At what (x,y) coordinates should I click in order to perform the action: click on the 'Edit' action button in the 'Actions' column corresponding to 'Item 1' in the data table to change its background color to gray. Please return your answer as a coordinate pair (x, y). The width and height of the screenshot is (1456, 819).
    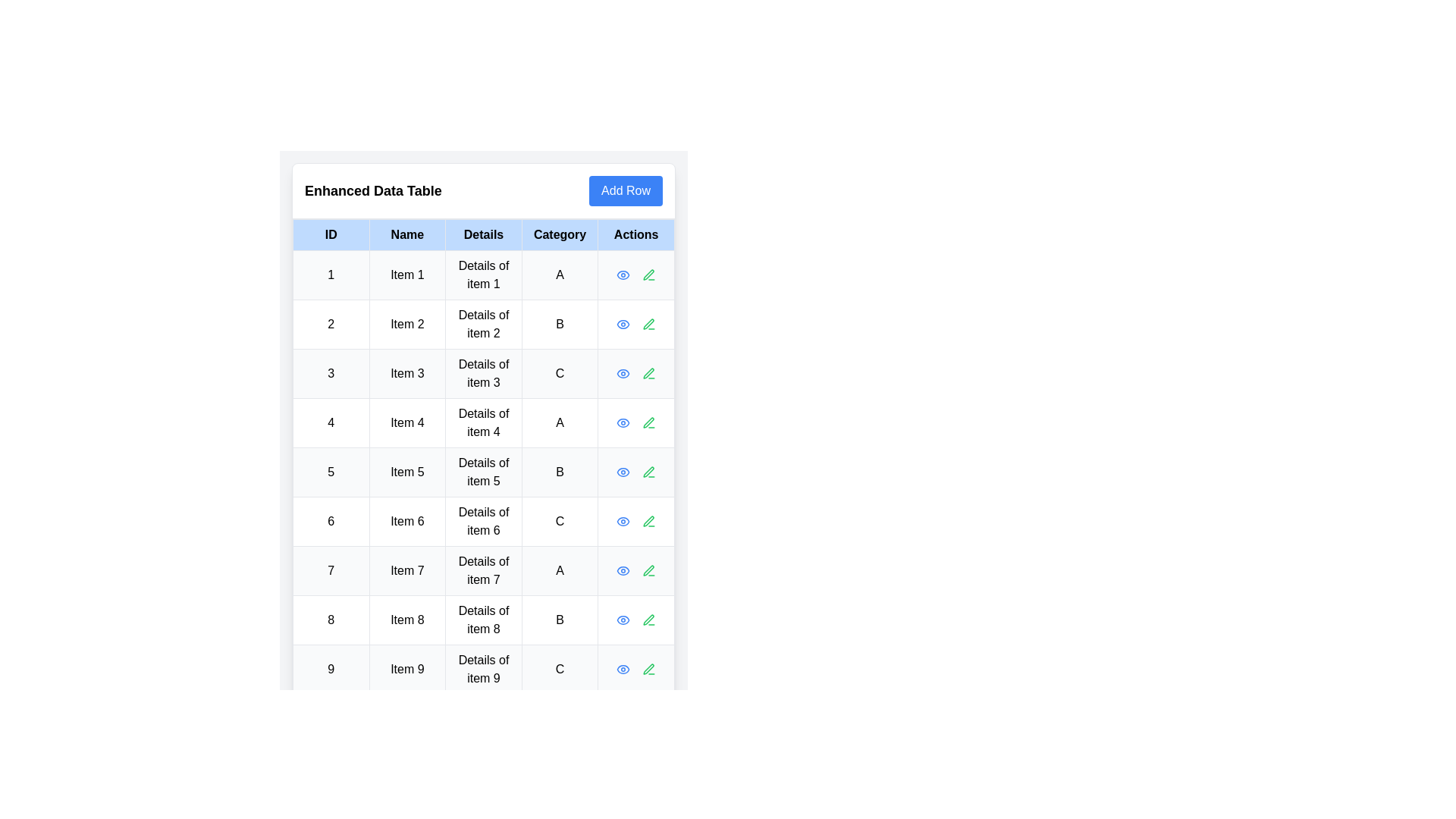
    Looking at the image, I should click on (649, 275).